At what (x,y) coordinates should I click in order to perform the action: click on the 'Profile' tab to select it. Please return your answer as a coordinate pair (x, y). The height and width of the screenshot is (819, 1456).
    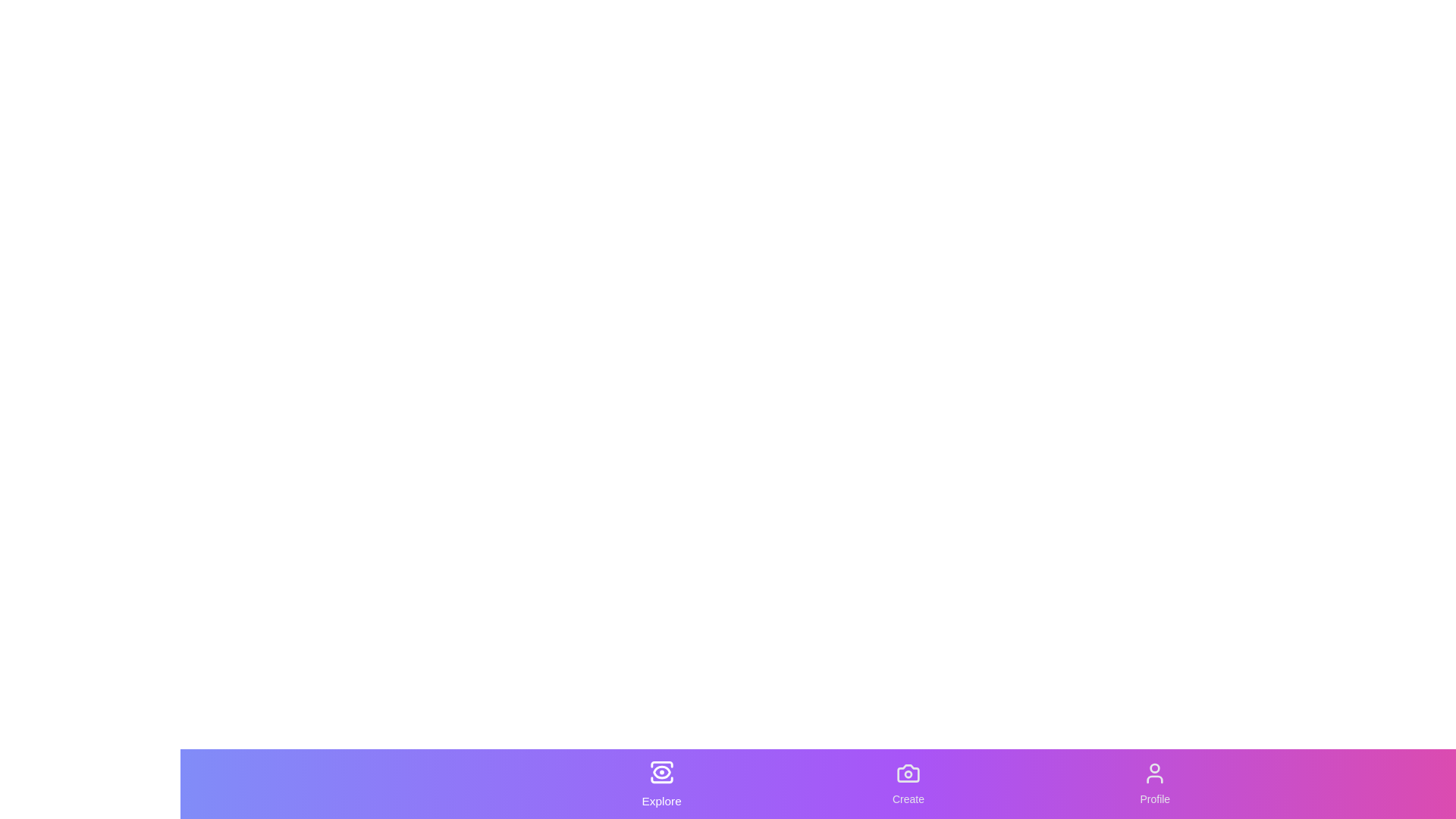
    Looking at the image, I should click on (1153, 783).